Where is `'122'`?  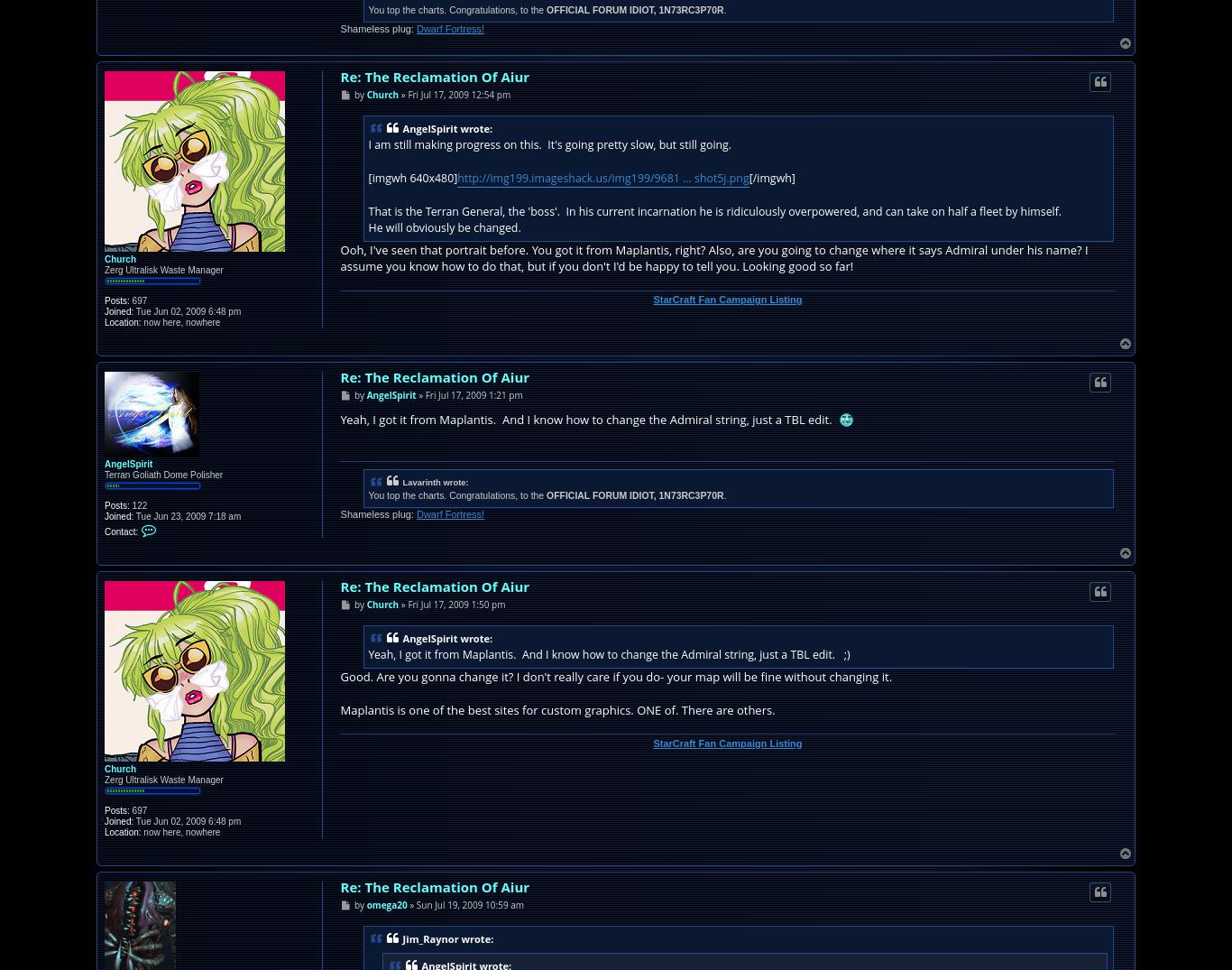
'122' is located at coordinates (136, 504).